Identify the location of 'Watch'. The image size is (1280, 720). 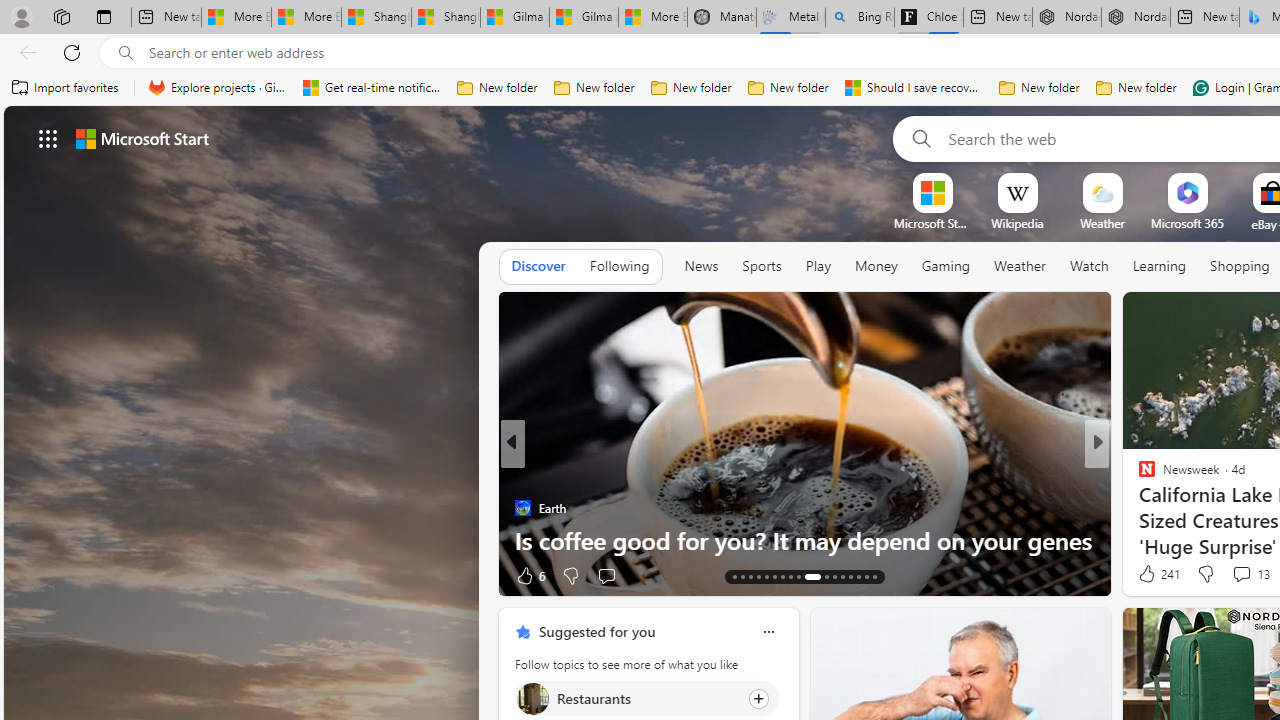
(1088, 266).